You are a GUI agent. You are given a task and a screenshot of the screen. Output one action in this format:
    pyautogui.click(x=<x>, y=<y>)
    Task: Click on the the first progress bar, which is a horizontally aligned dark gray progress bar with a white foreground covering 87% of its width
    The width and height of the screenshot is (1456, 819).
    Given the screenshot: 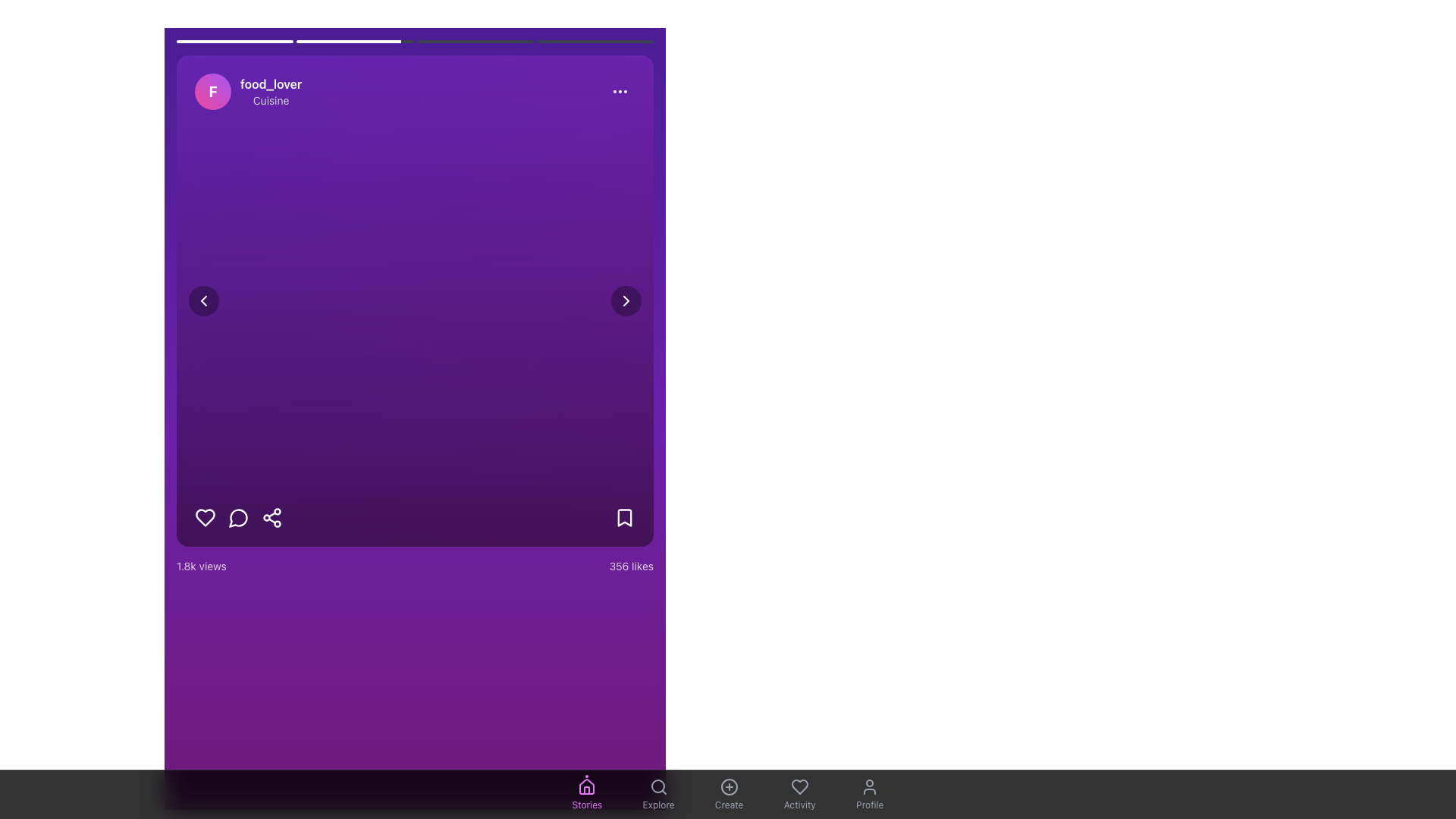 What is the action you would take?
    pyautogui.click(x=234, y=40)
    